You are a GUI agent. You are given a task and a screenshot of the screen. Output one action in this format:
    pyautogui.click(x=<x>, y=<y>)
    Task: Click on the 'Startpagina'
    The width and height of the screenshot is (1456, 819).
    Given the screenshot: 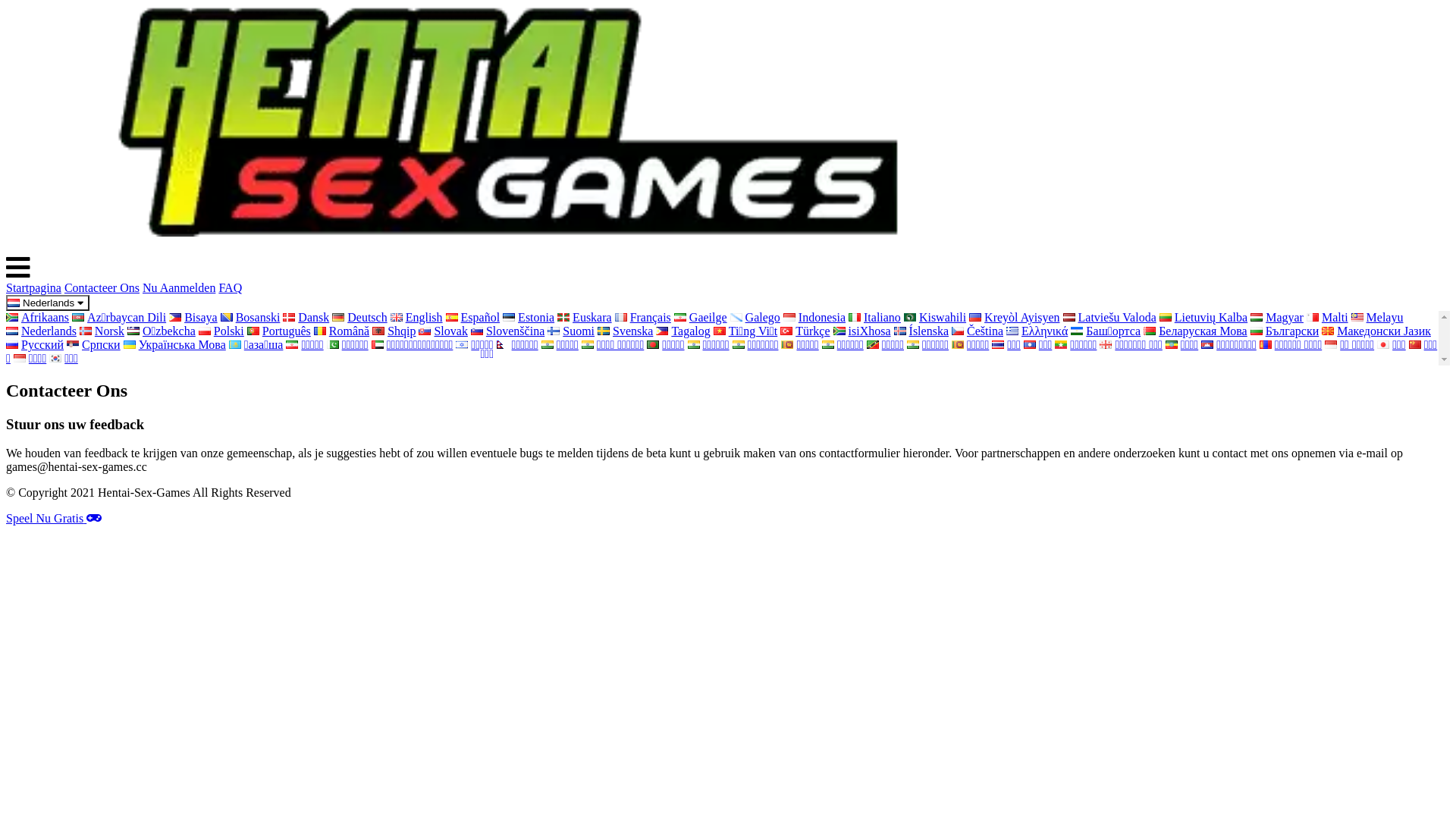 What is the action you would take?
    pyautogui.click(x=6, y=287)
    